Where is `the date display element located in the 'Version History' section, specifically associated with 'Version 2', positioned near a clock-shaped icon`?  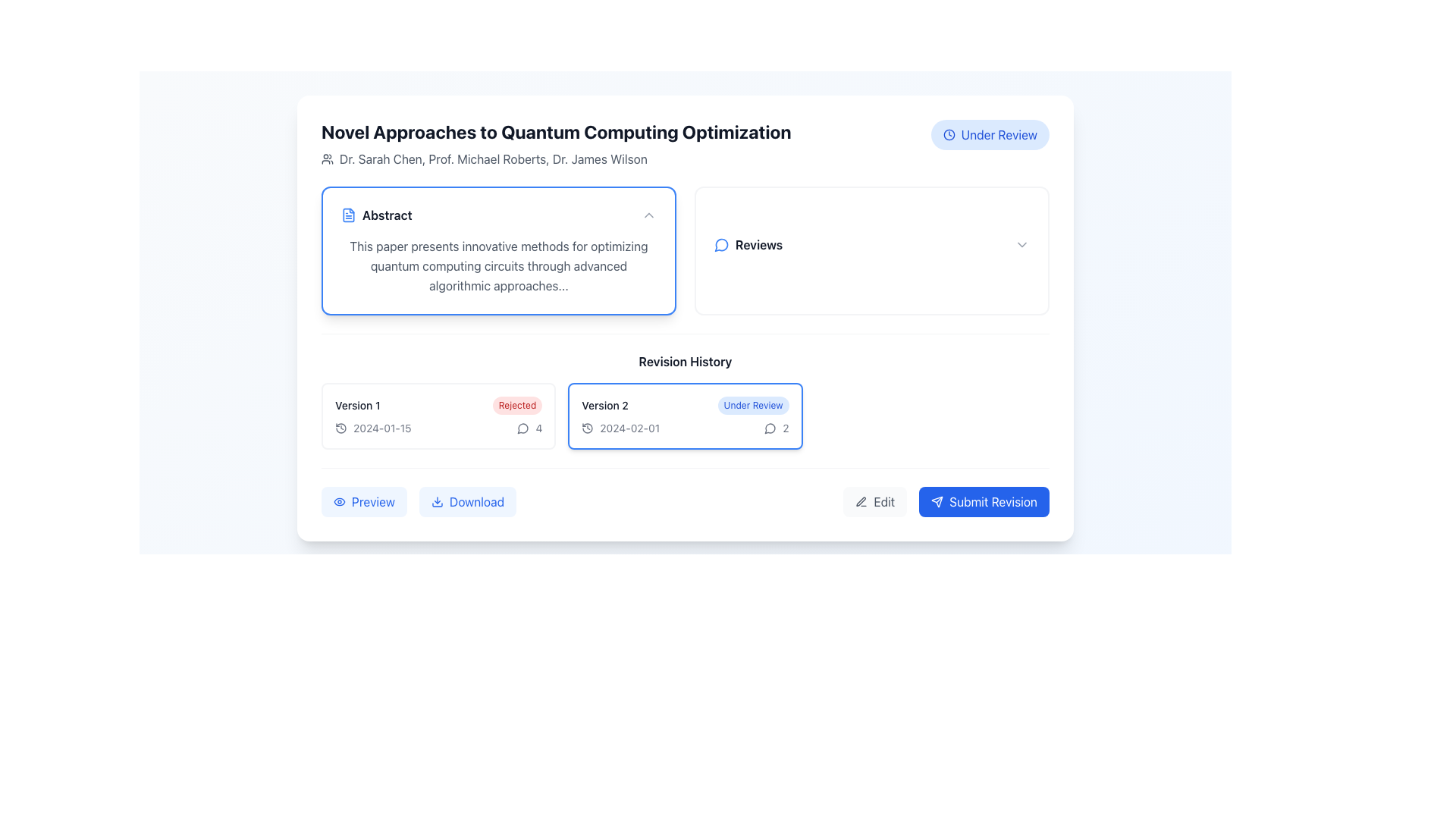 the date display element located in the 'Version History' section, specifically associated with 'Version 2', positioned near a clock-shaped icon is located at coordinates (629, 428).